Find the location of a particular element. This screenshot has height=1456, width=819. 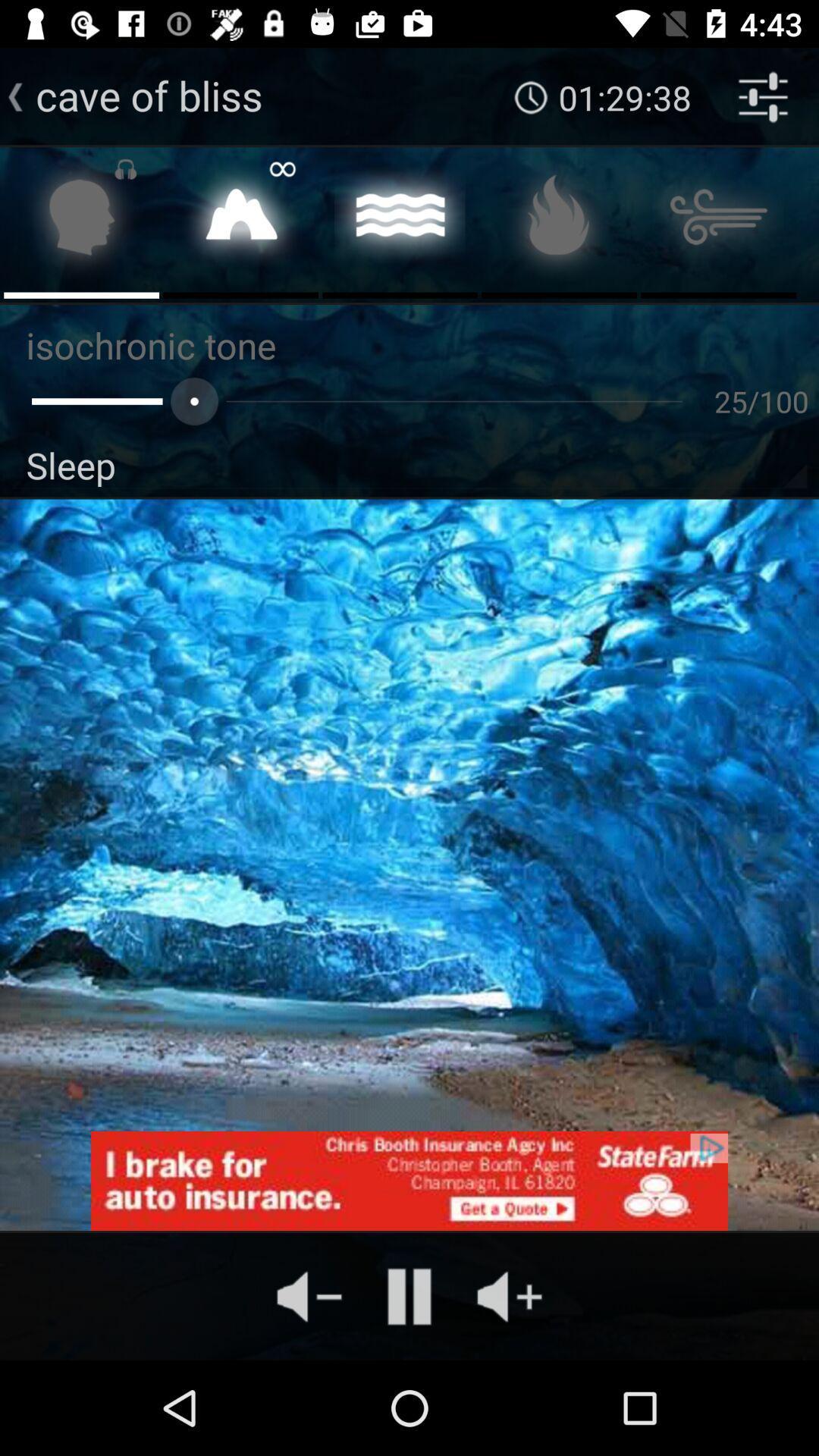

the time icon is located at coordinates (532, 96).